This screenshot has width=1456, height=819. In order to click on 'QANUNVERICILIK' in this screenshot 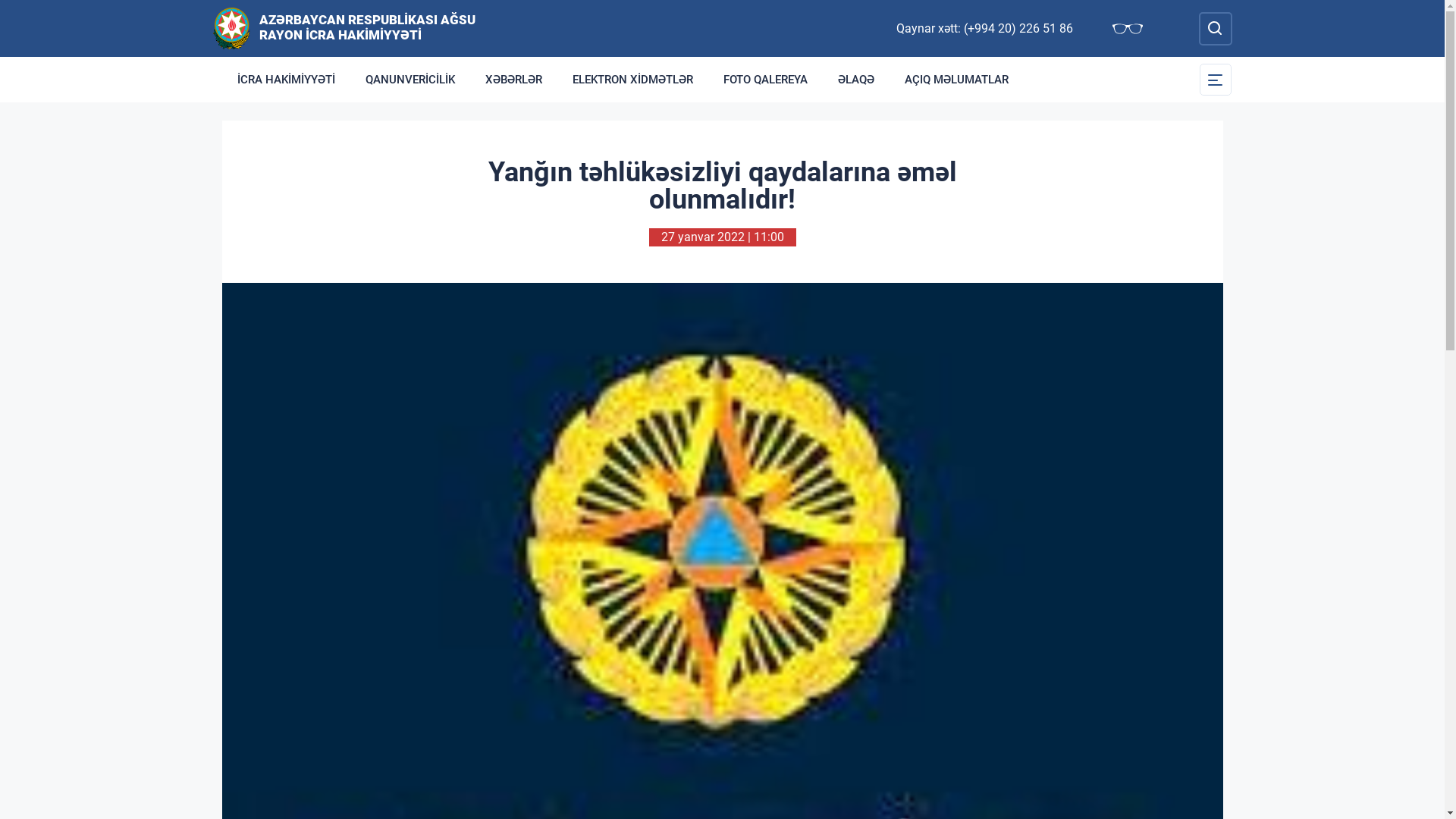, I will do `click(410, 79)`.